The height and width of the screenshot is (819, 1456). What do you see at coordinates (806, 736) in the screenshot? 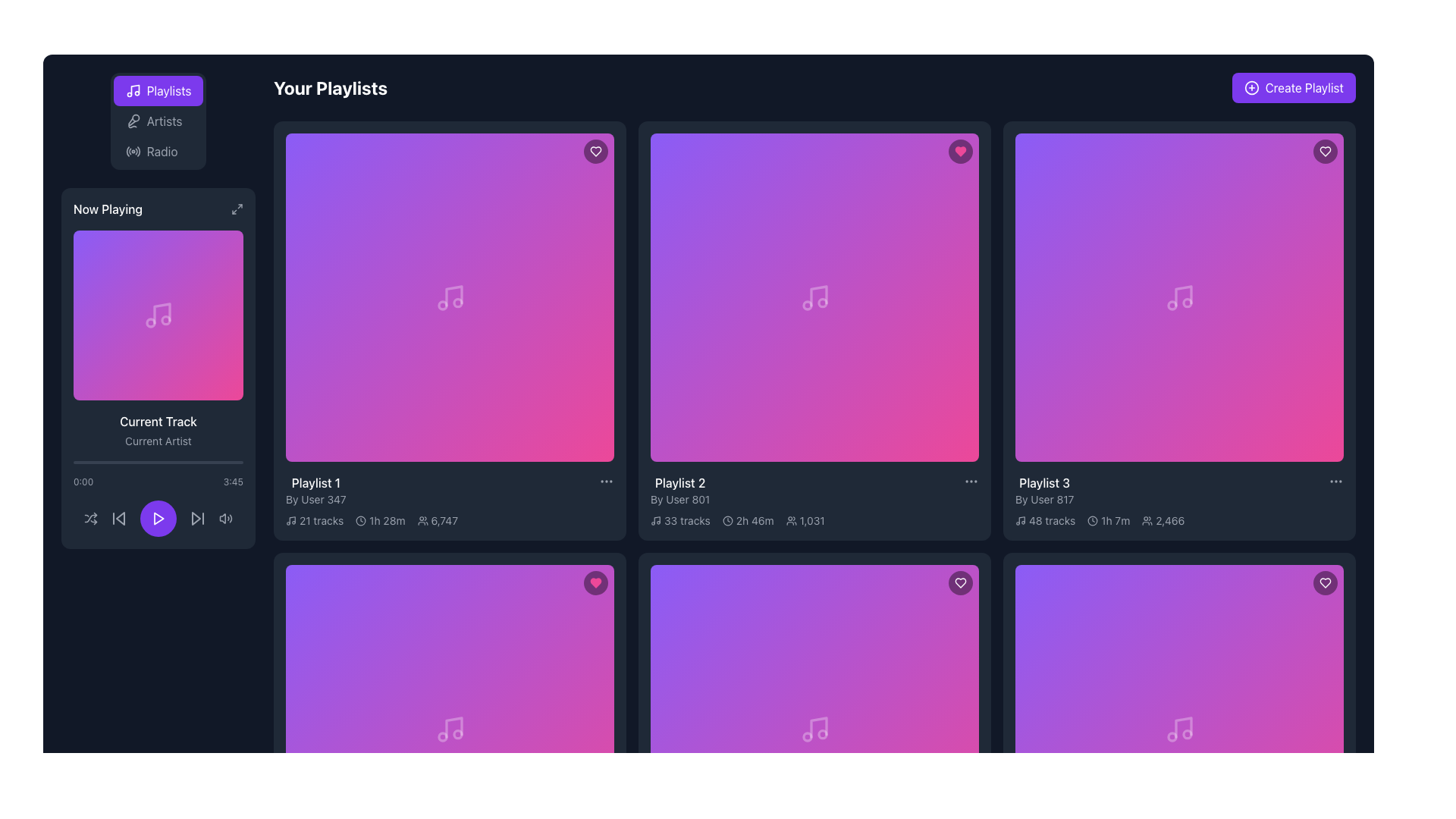
I see `the small circle within the musical note icon, which is the second circle in the second playlist card of the second row` at bounding box center [806, 736].